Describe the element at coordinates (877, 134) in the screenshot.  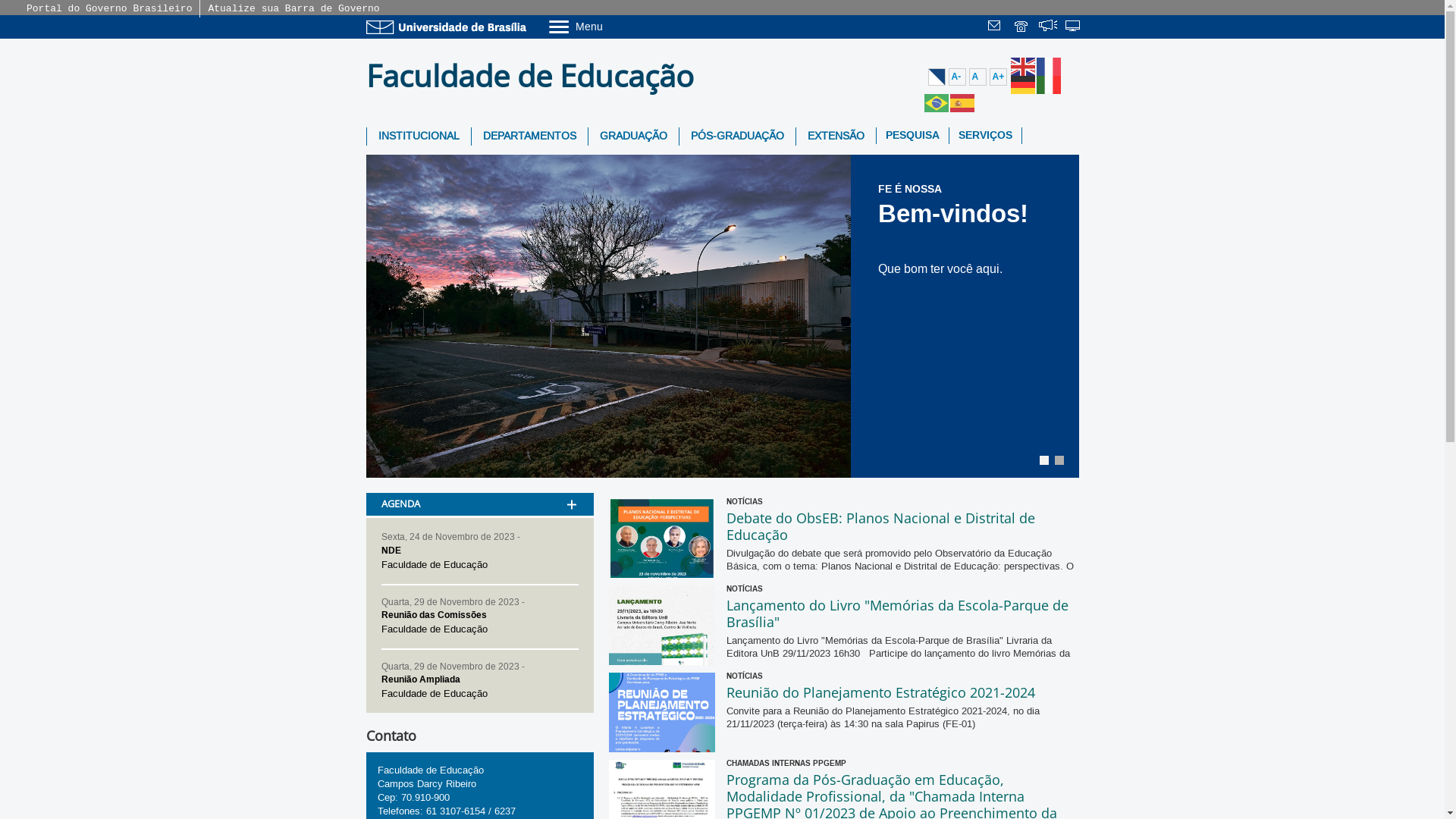
I see `'PESQUISA'` at that location.